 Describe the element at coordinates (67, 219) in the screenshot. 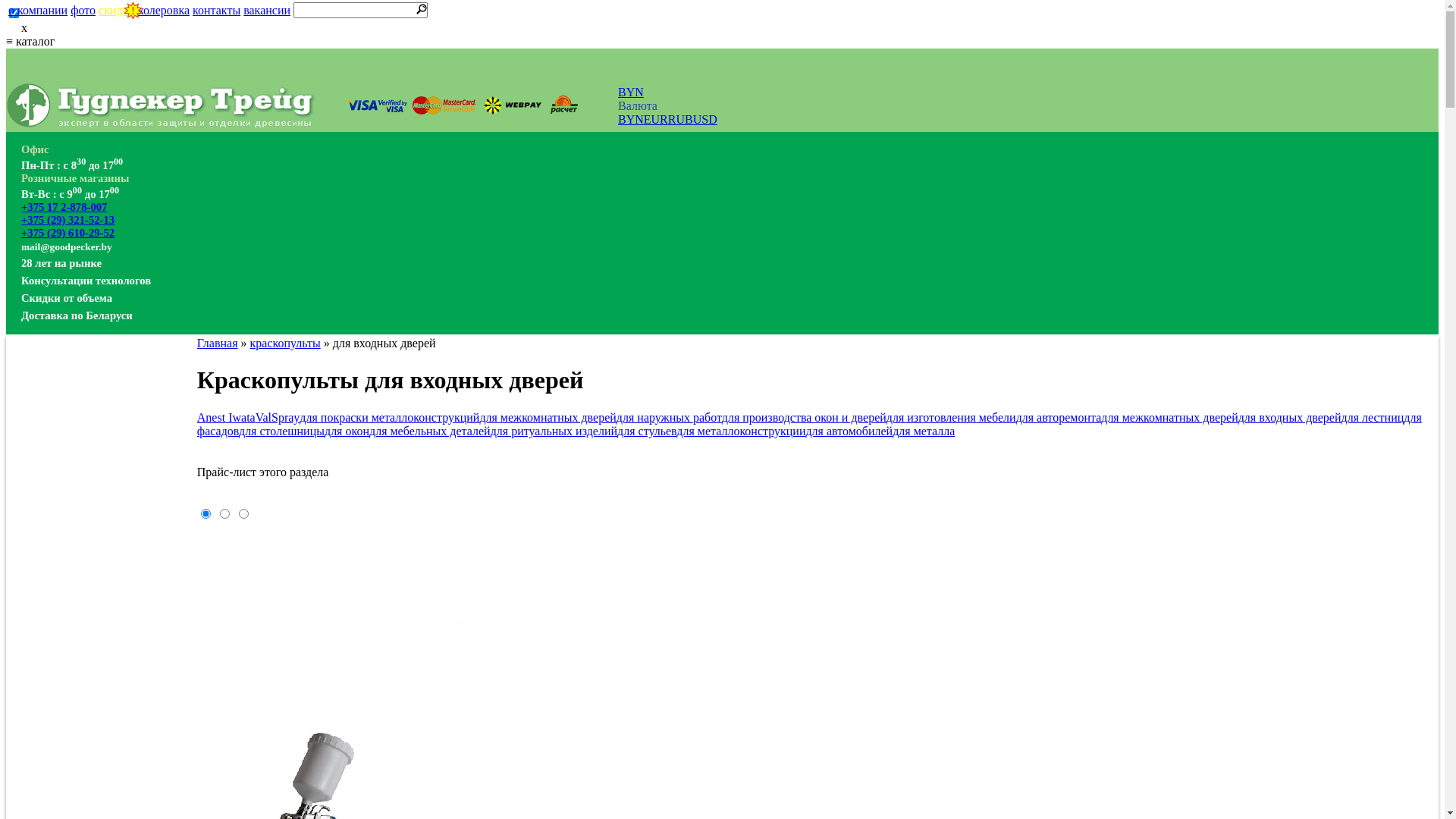

I see `'+375 (29) 321-52-13'` at that location.